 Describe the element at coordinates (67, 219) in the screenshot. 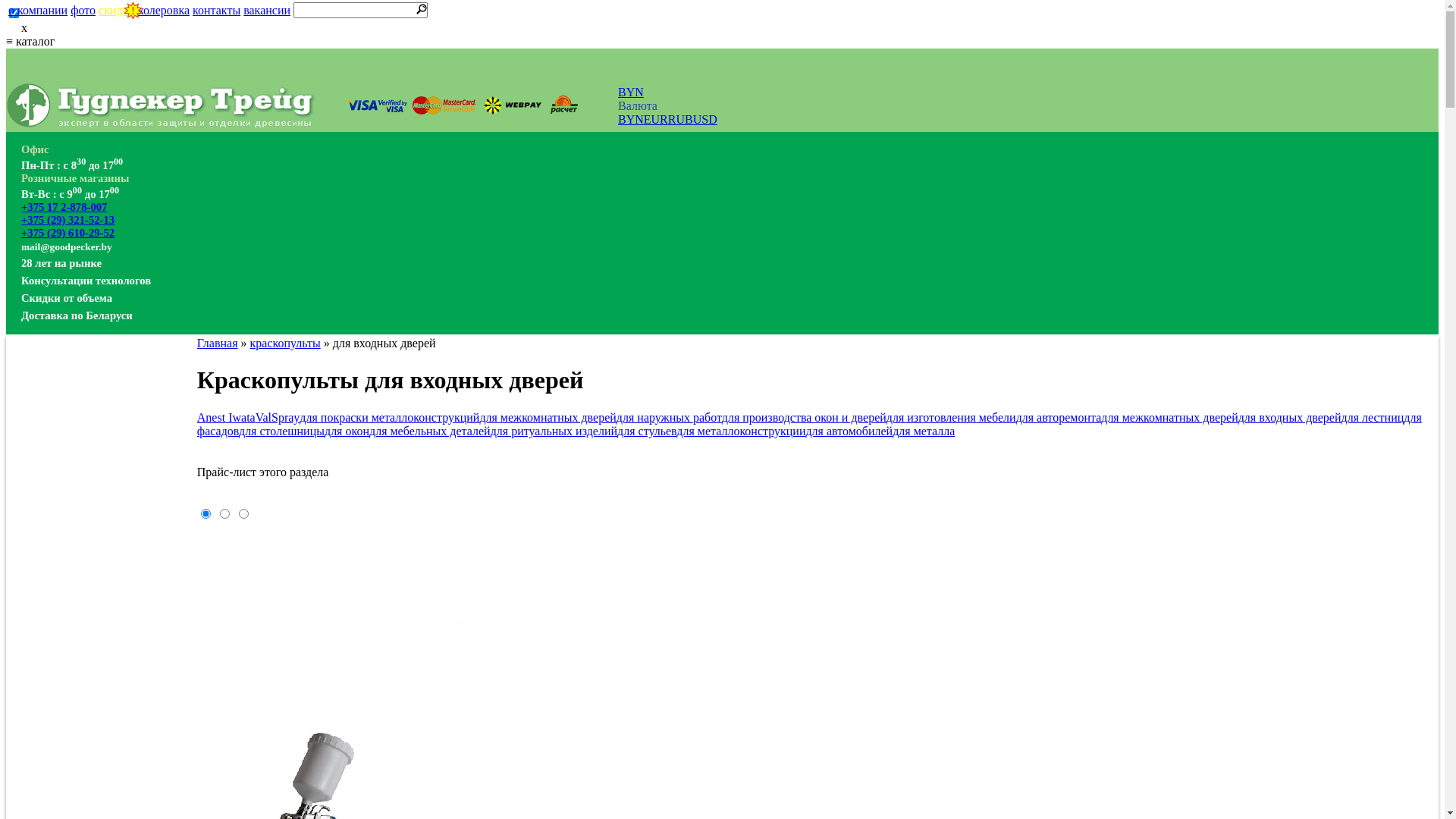

I see `'+375 (29) 321-52-13'` at that location.